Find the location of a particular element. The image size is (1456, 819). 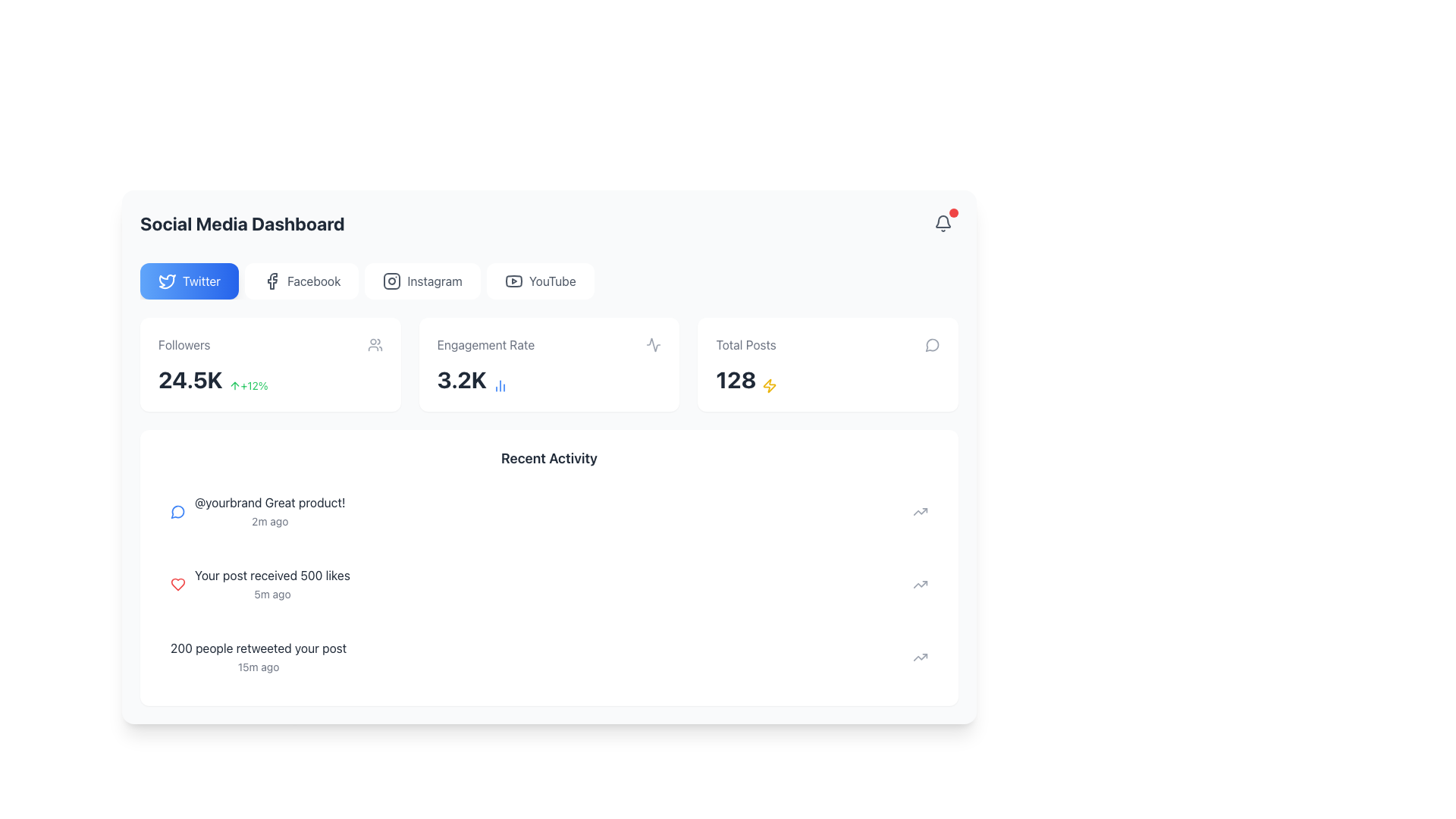

the statistical indicator displaying '24.5K' followers with a green '+12%' text and upward arrow icon is located at coordinates (270, 379).